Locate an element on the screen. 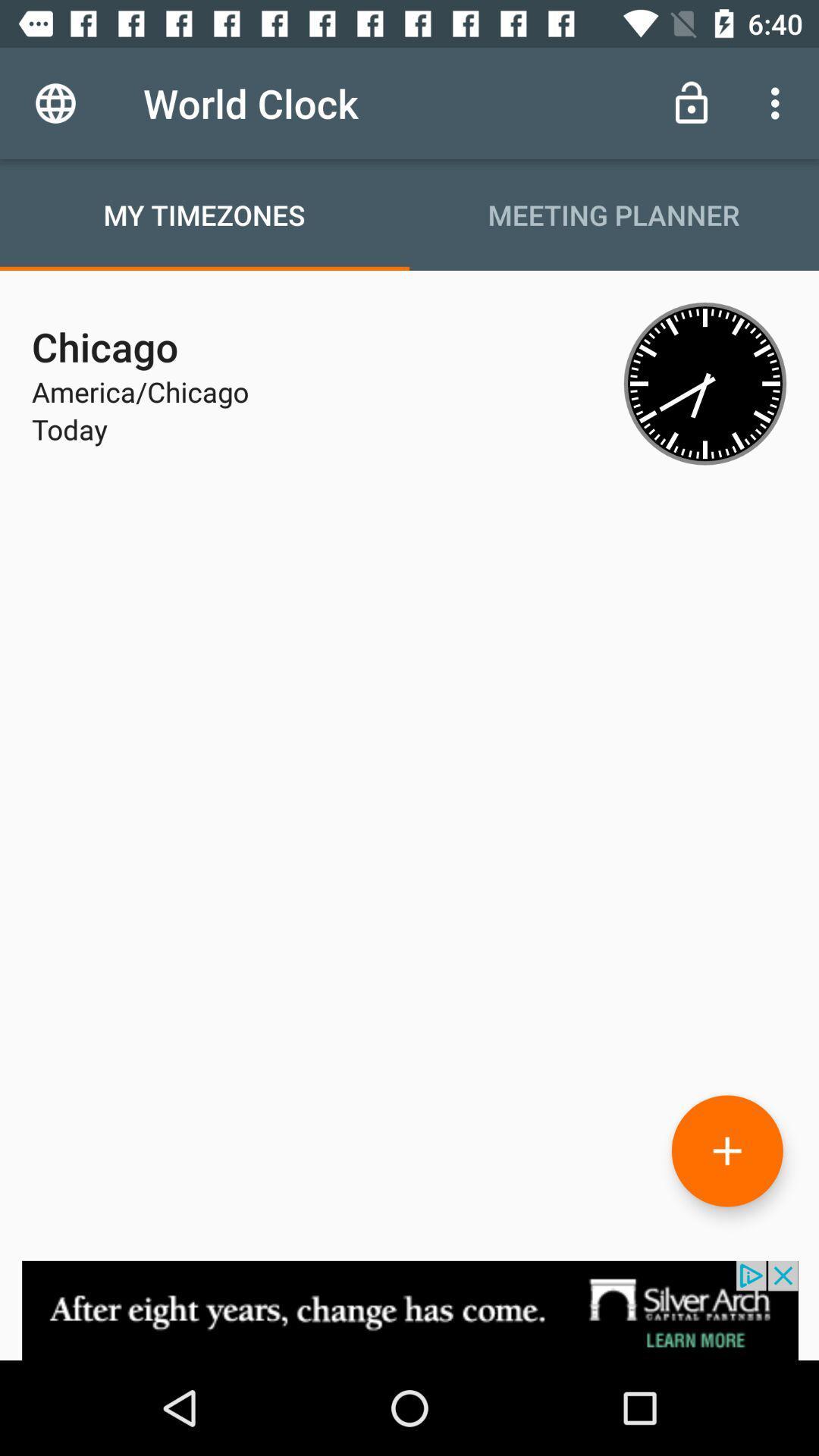  add option is located at coordinates (726, 1150).